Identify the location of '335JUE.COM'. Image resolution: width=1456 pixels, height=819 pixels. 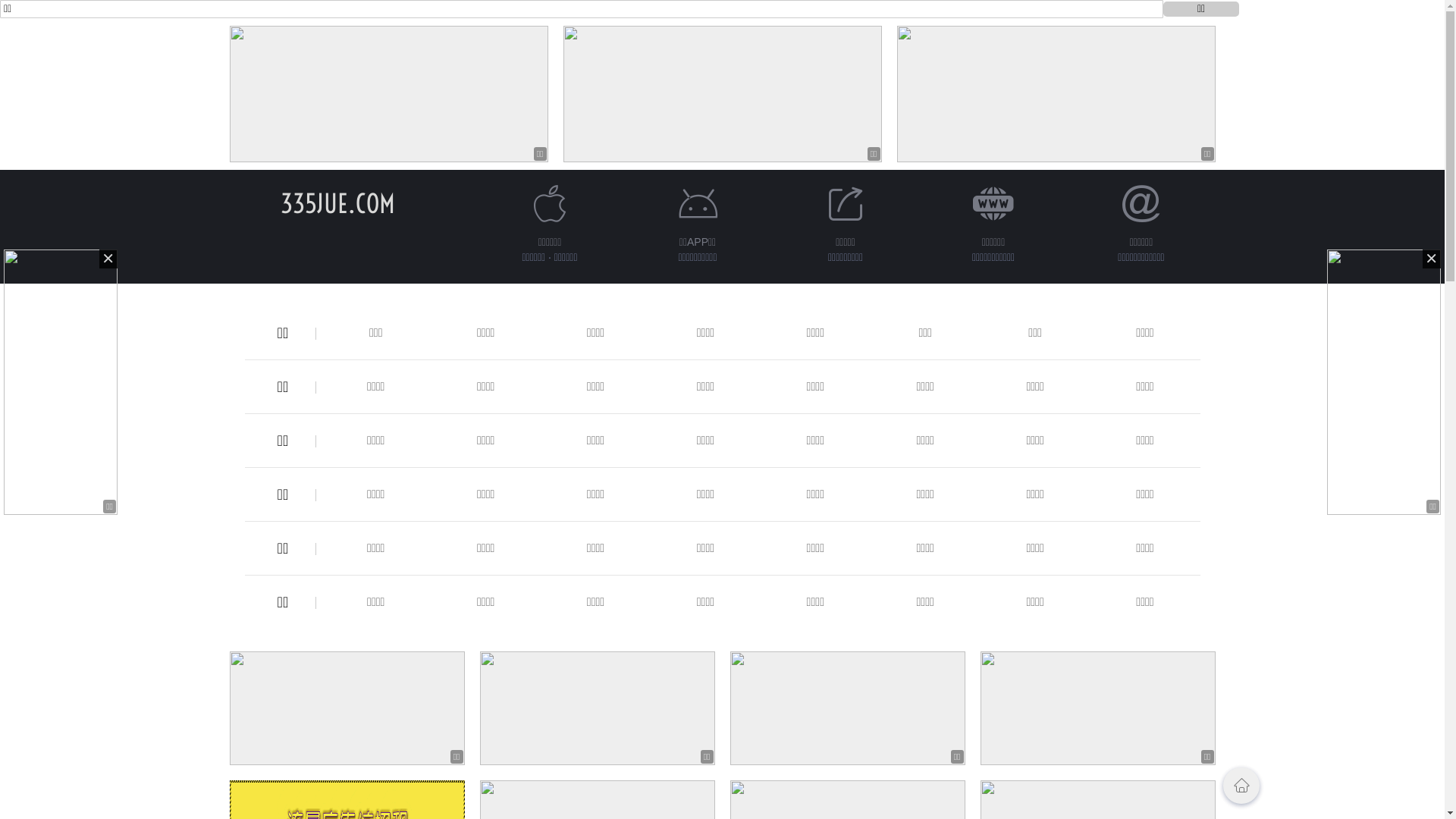
(337, 202).